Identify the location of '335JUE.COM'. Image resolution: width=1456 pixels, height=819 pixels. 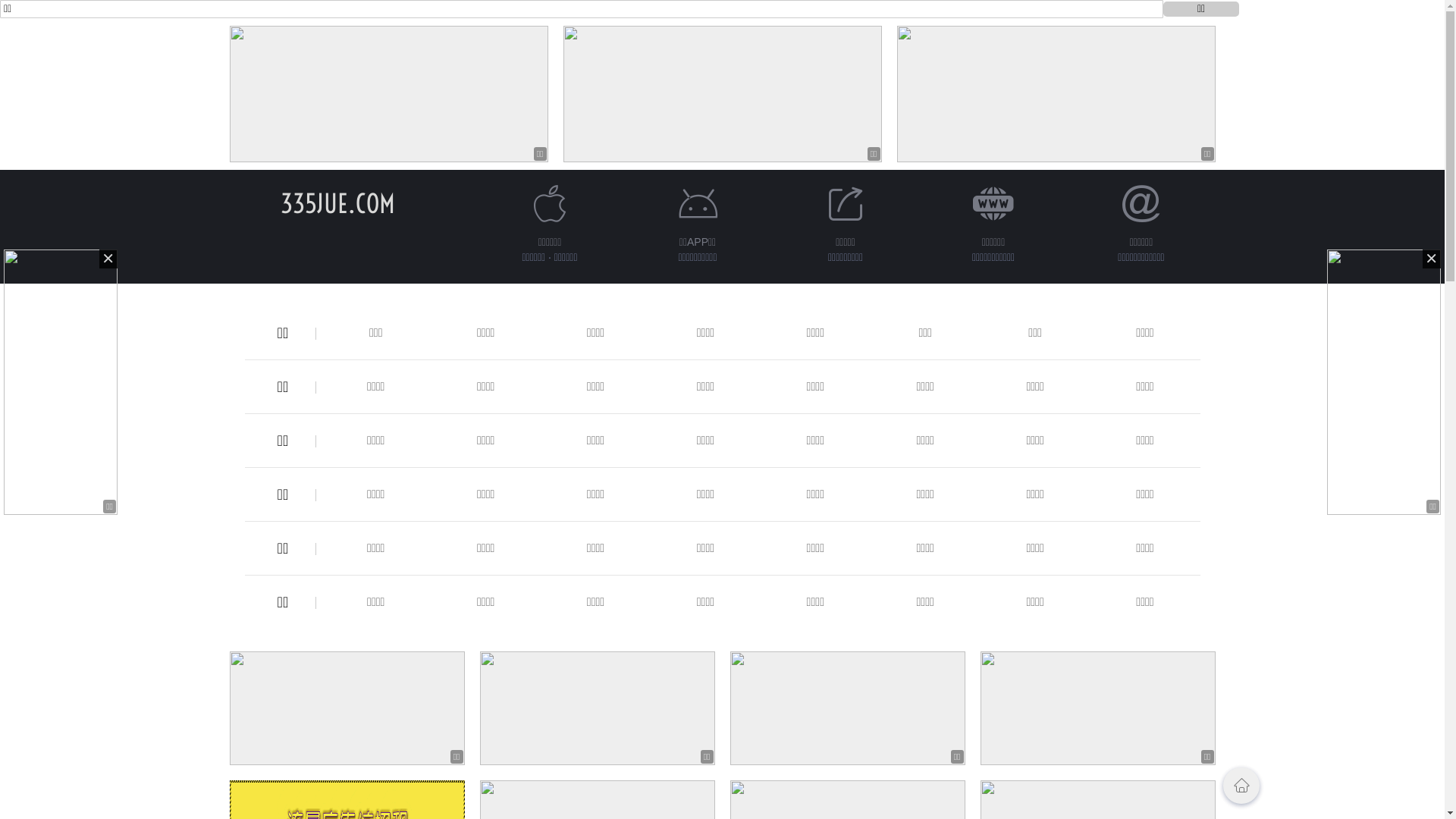
(337, 202).